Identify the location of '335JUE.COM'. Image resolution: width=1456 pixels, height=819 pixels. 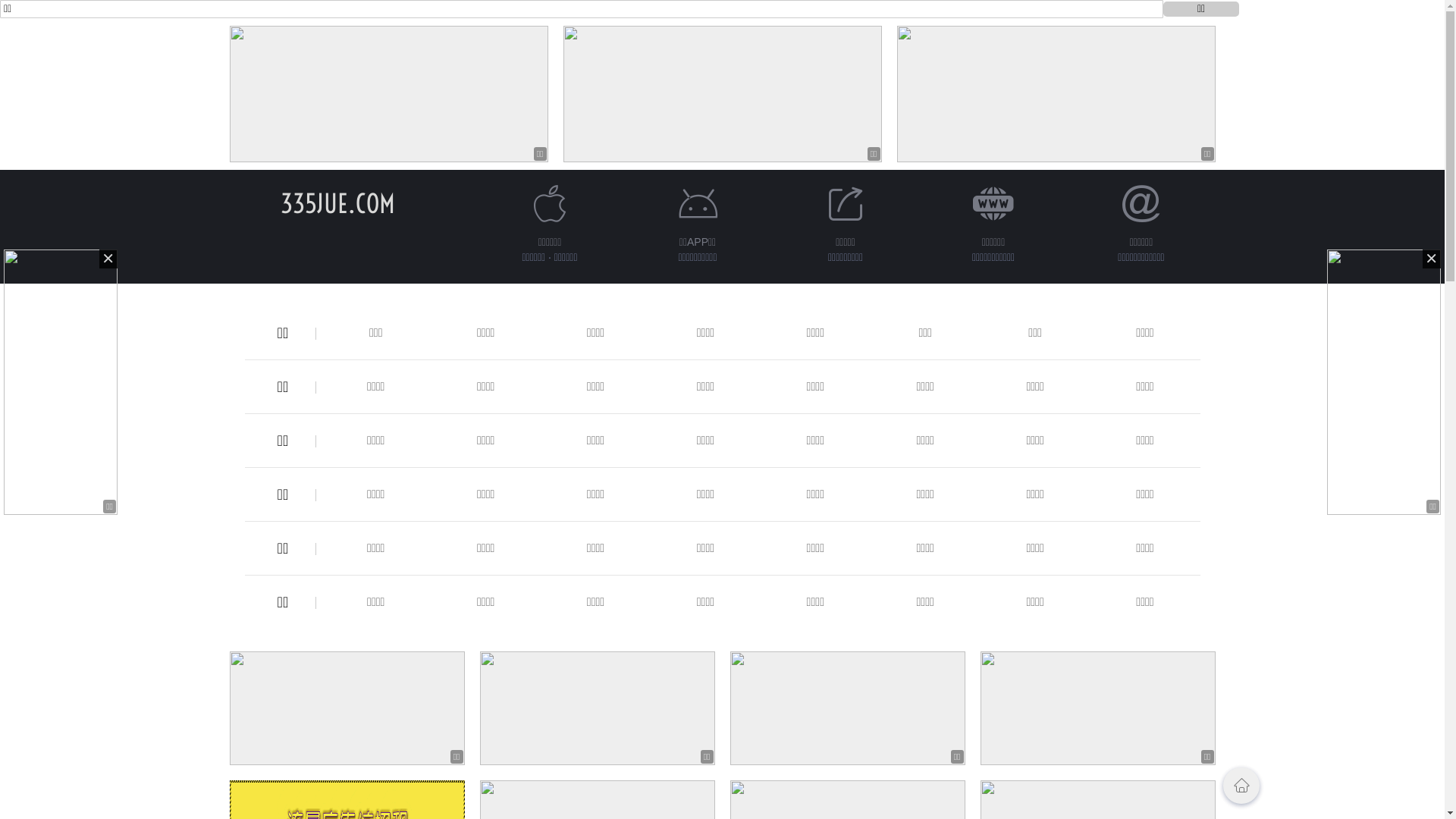
(337, 202).